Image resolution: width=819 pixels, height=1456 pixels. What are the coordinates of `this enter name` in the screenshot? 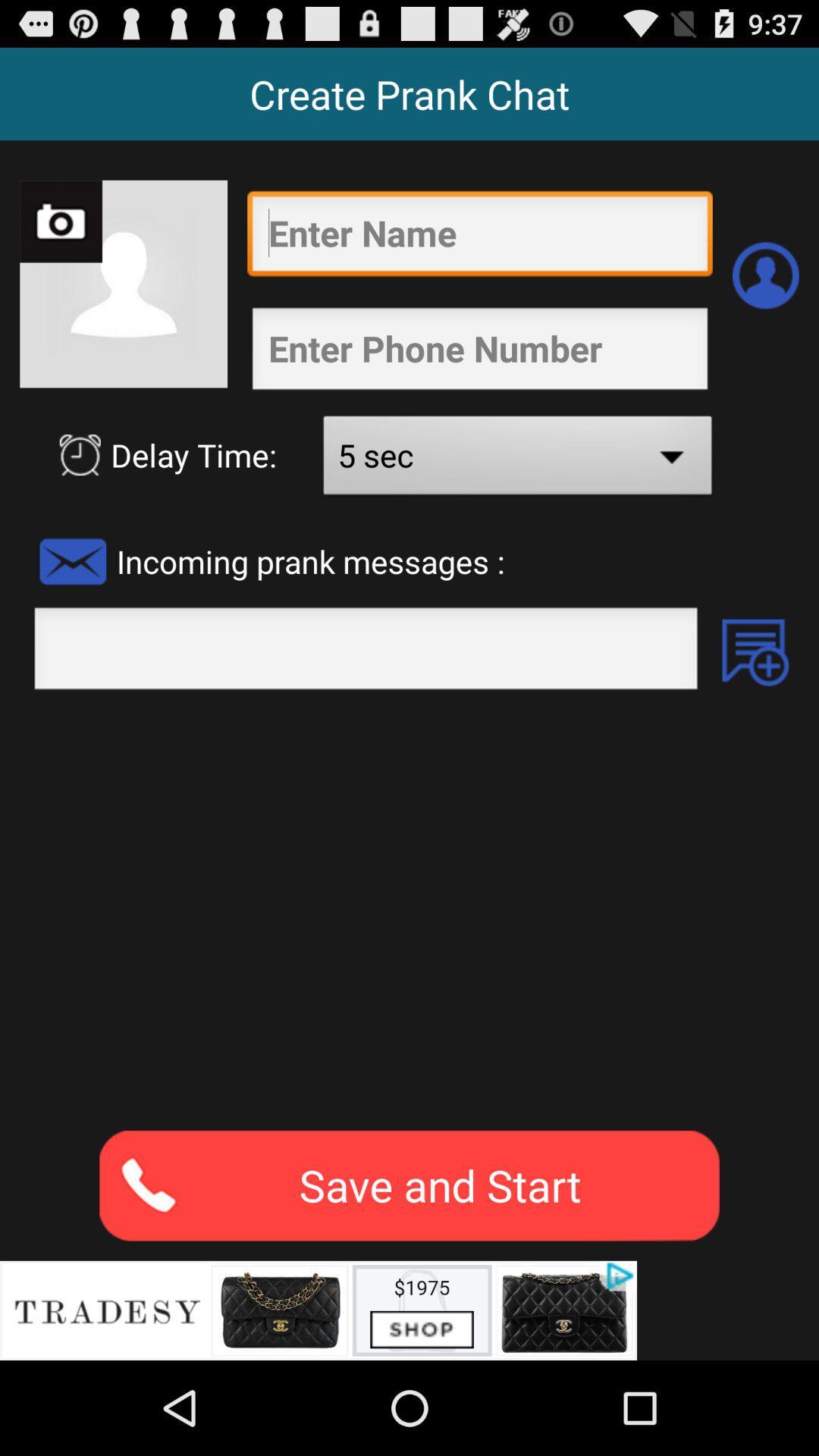 It's located at (479, 237).